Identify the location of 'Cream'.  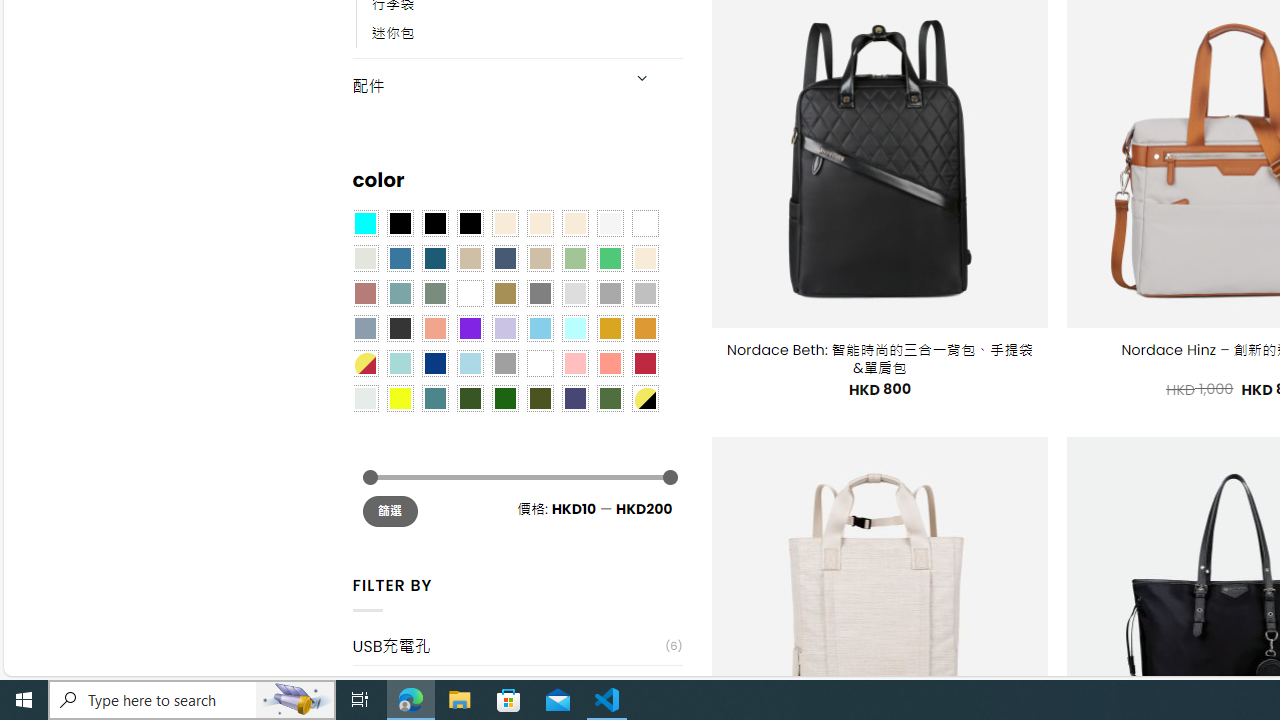
(573, 223).